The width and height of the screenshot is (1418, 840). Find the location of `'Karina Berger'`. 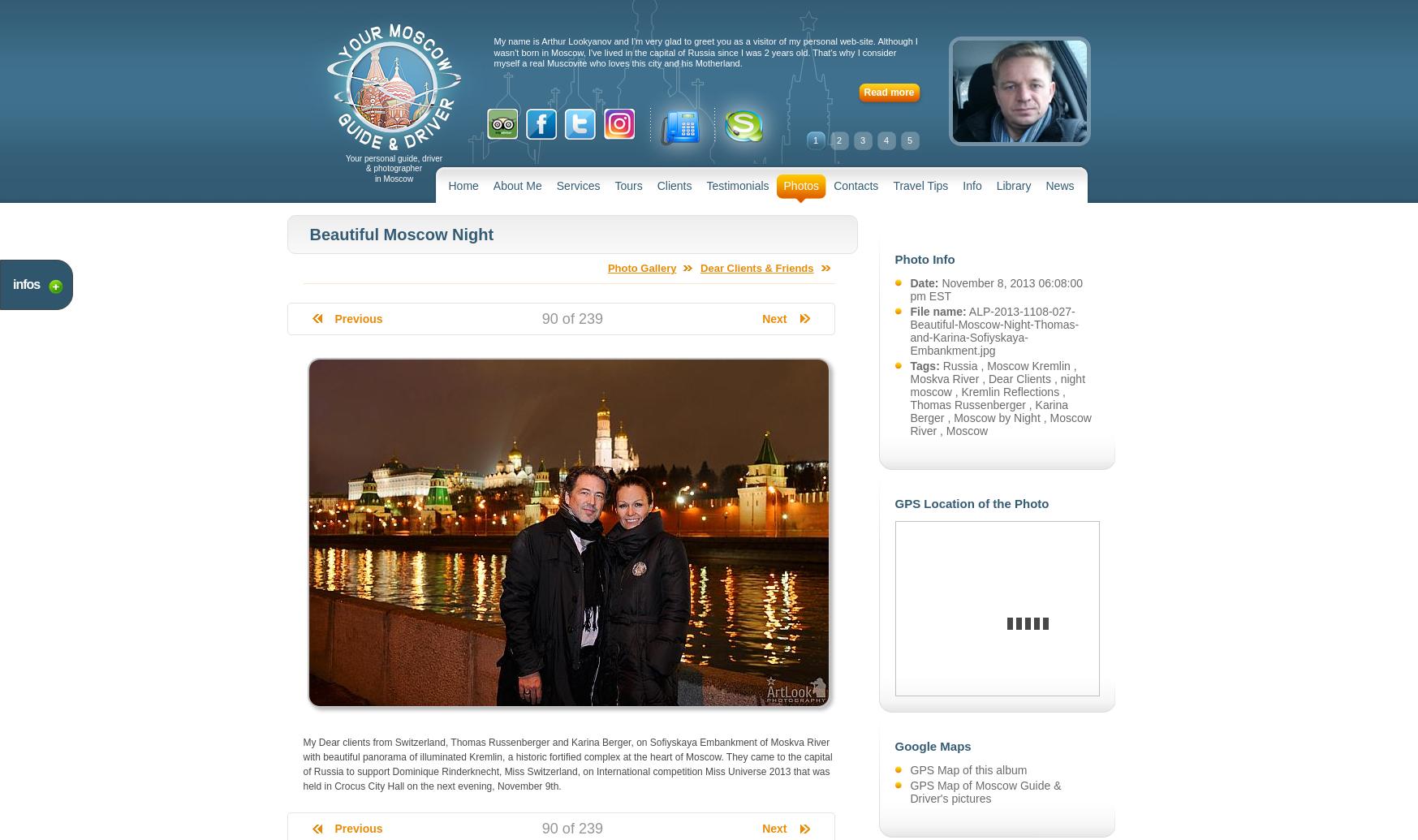

'Karina Berger' is located at coordinates (989, 411).